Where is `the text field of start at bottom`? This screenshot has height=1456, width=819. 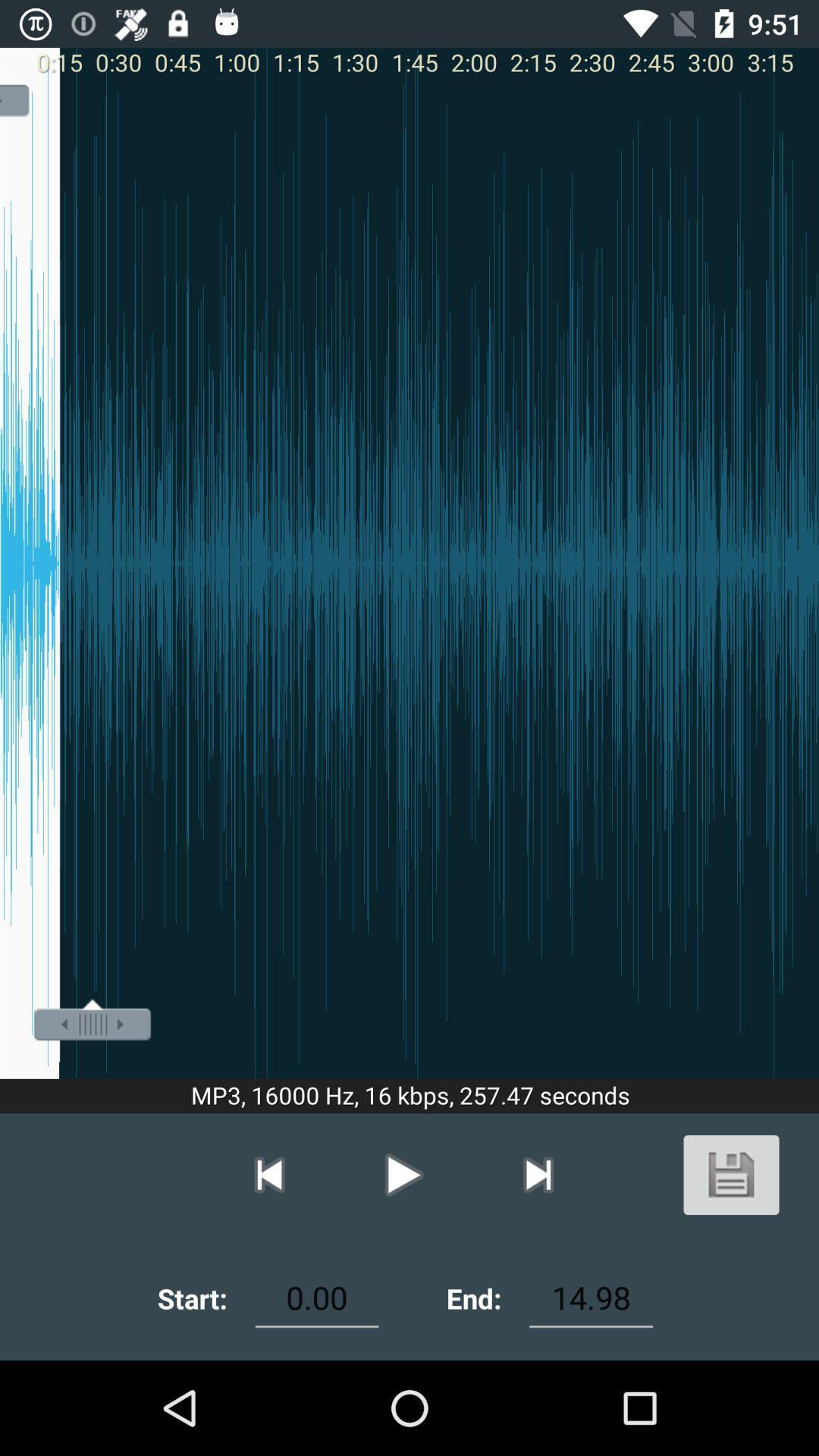 the text field of start at bottom is located at coordinates (315, 1298).